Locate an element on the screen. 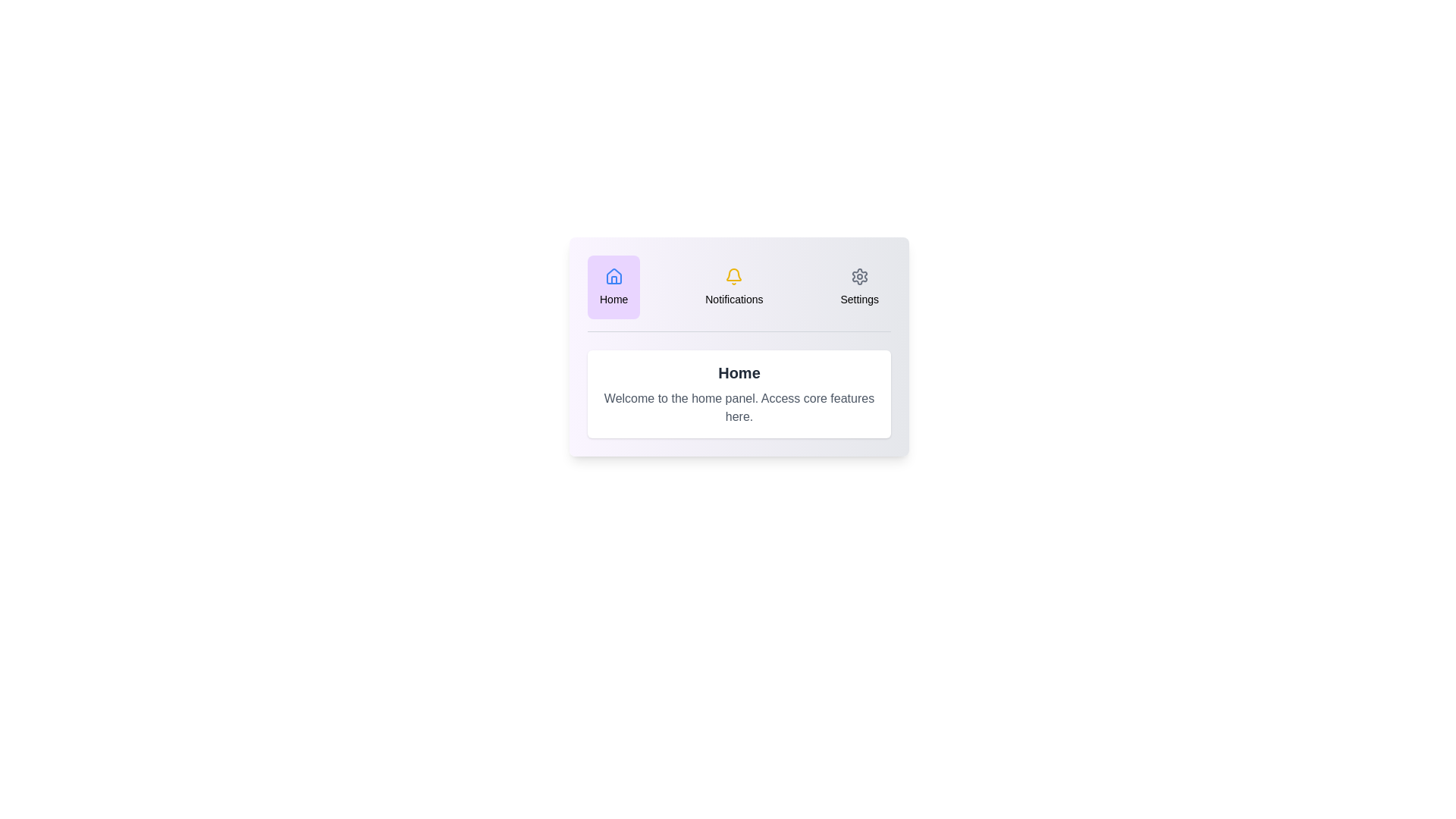  the Settings tab to switch views is located at coordinates (859, 287).